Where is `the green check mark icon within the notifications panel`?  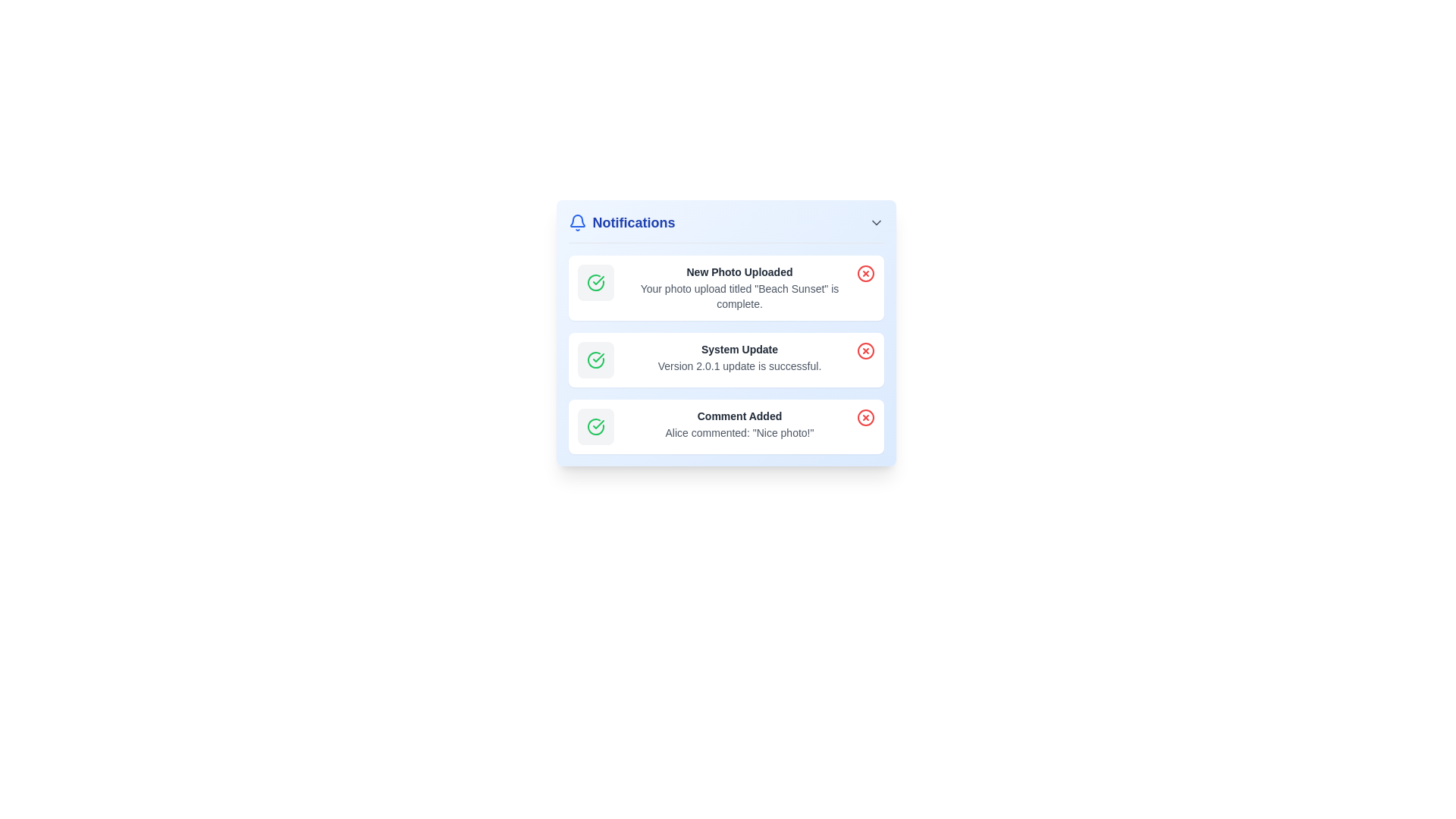 the green check mark icon within the notifications panel is located at coordinates (595, 359).